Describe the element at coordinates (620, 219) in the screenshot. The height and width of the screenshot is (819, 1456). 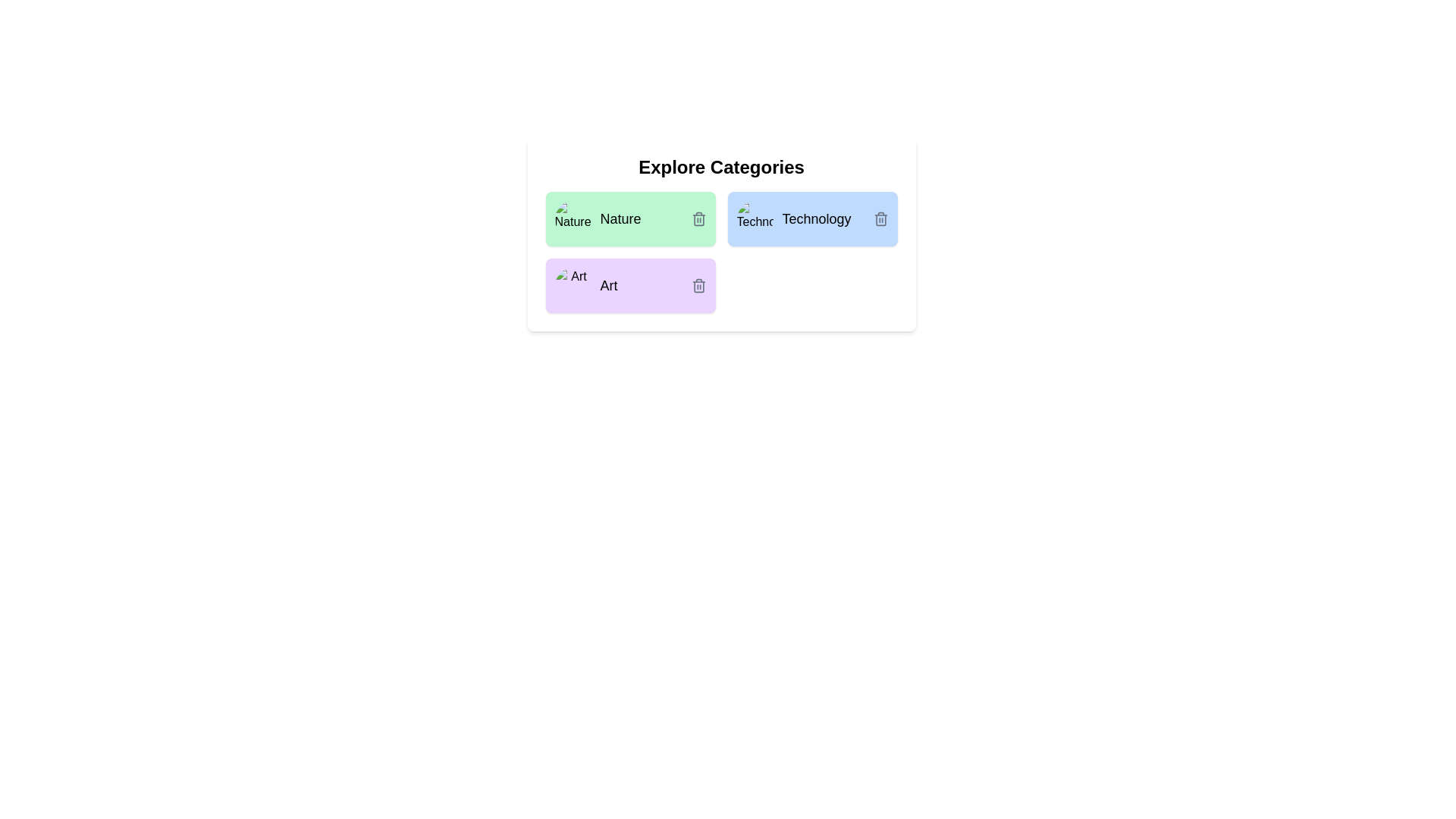
I see `the label of the chip identified by Nature` at that location.